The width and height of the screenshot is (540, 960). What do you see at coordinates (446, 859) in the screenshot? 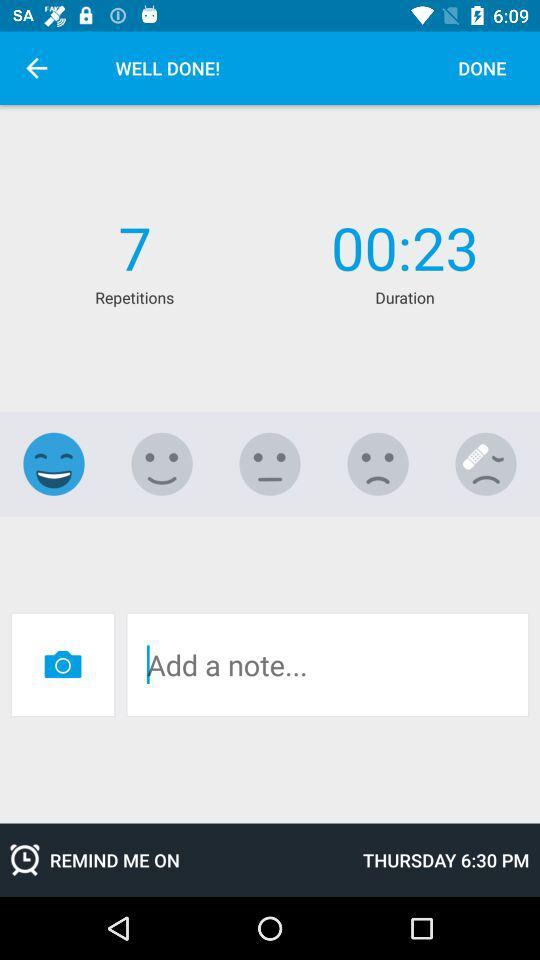
I see `the icon next to the remind me on icon` at bounding box center [446, 859].